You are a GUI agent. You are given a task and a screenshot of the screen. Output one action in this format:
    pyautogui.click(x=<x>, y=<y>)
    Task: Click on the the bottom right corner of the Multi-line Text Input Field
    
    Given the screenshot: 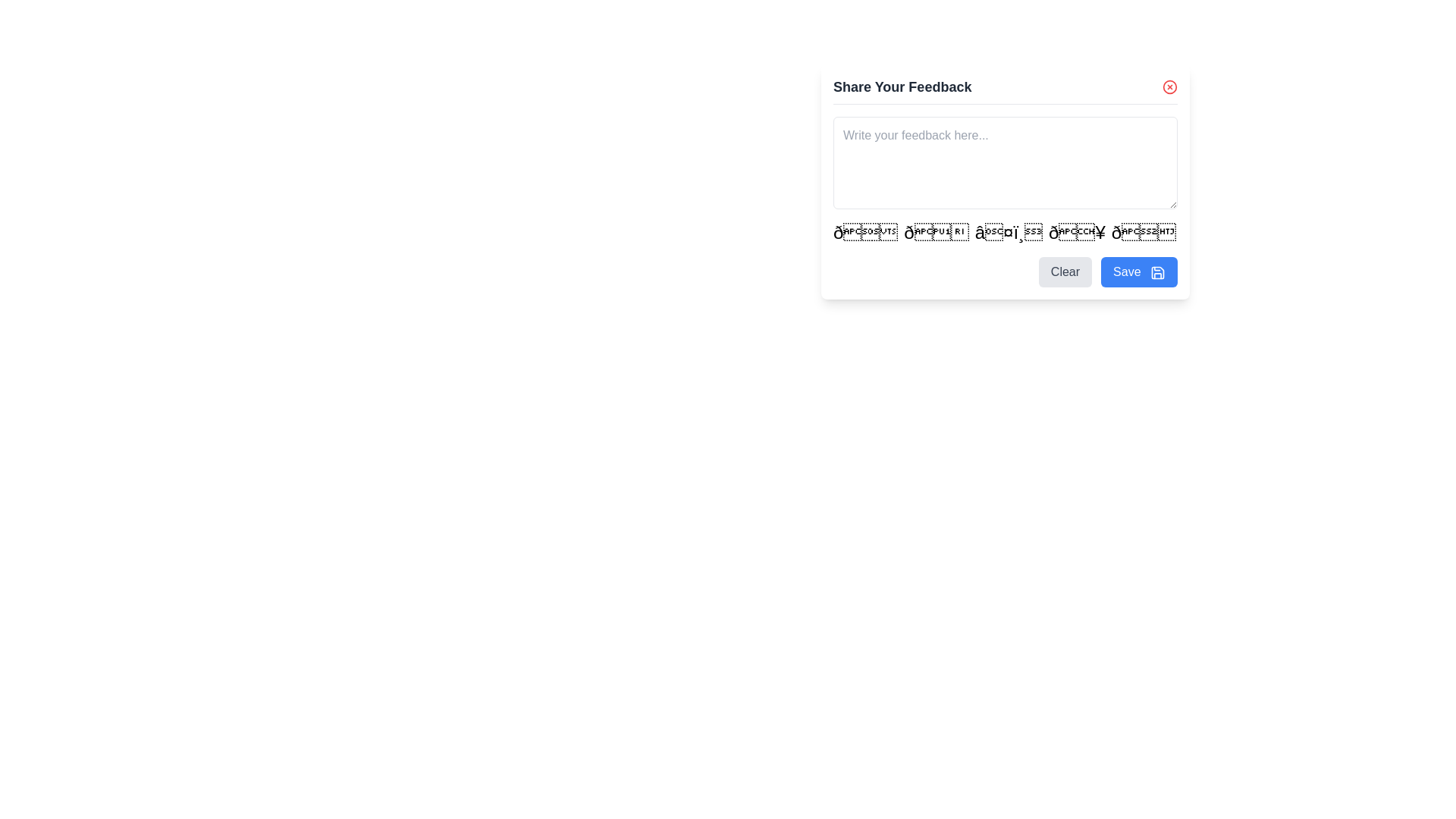 What is the action you would take?
    pyautogui.click(x=1005, y=163)
    